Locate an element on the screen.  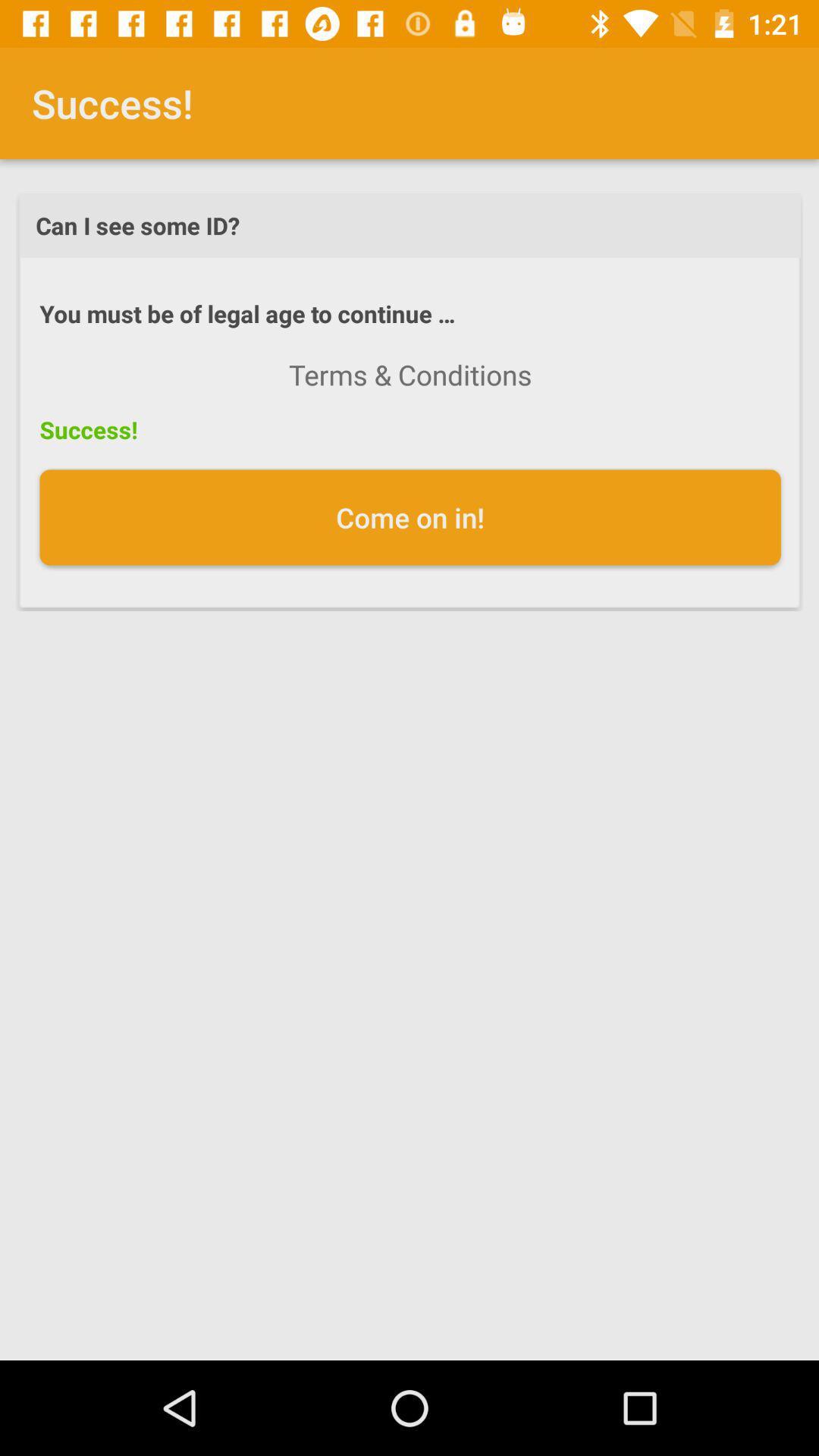
the item below the you must be icon is located at coordinates (410, 375).